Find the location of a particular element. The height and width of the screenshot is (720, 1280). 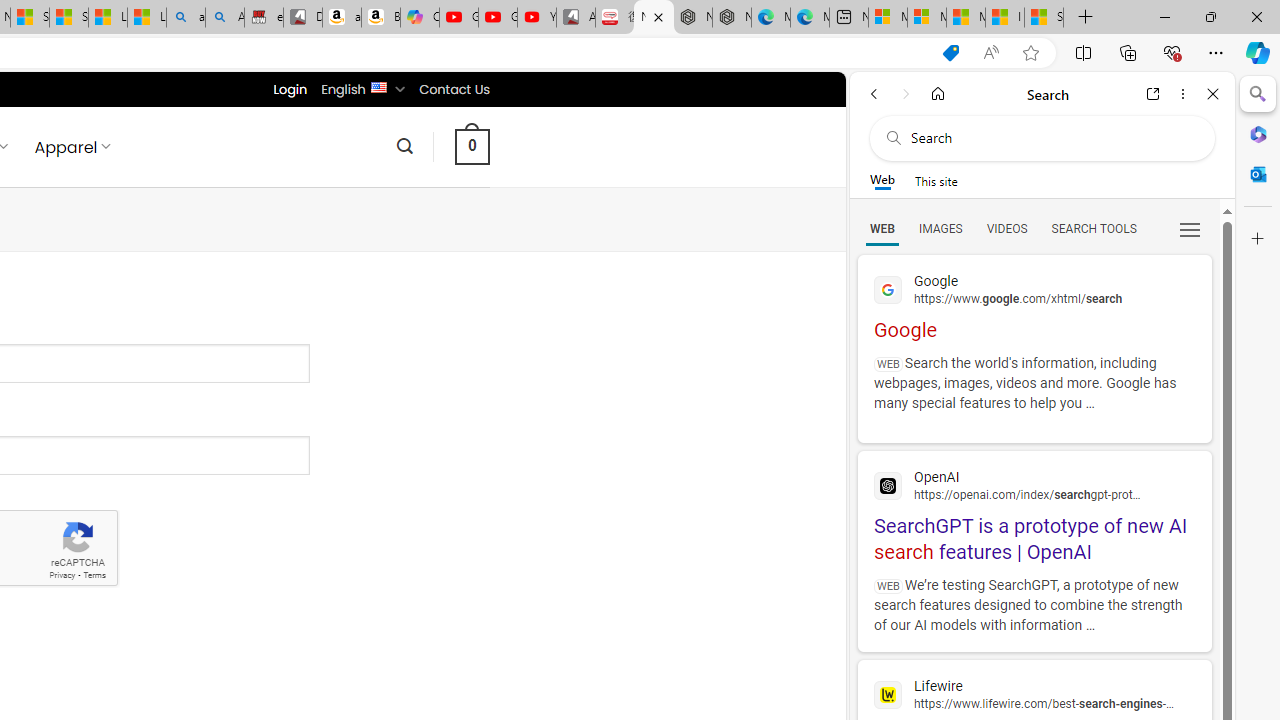

'Login' is located at coordinates (289, 88).